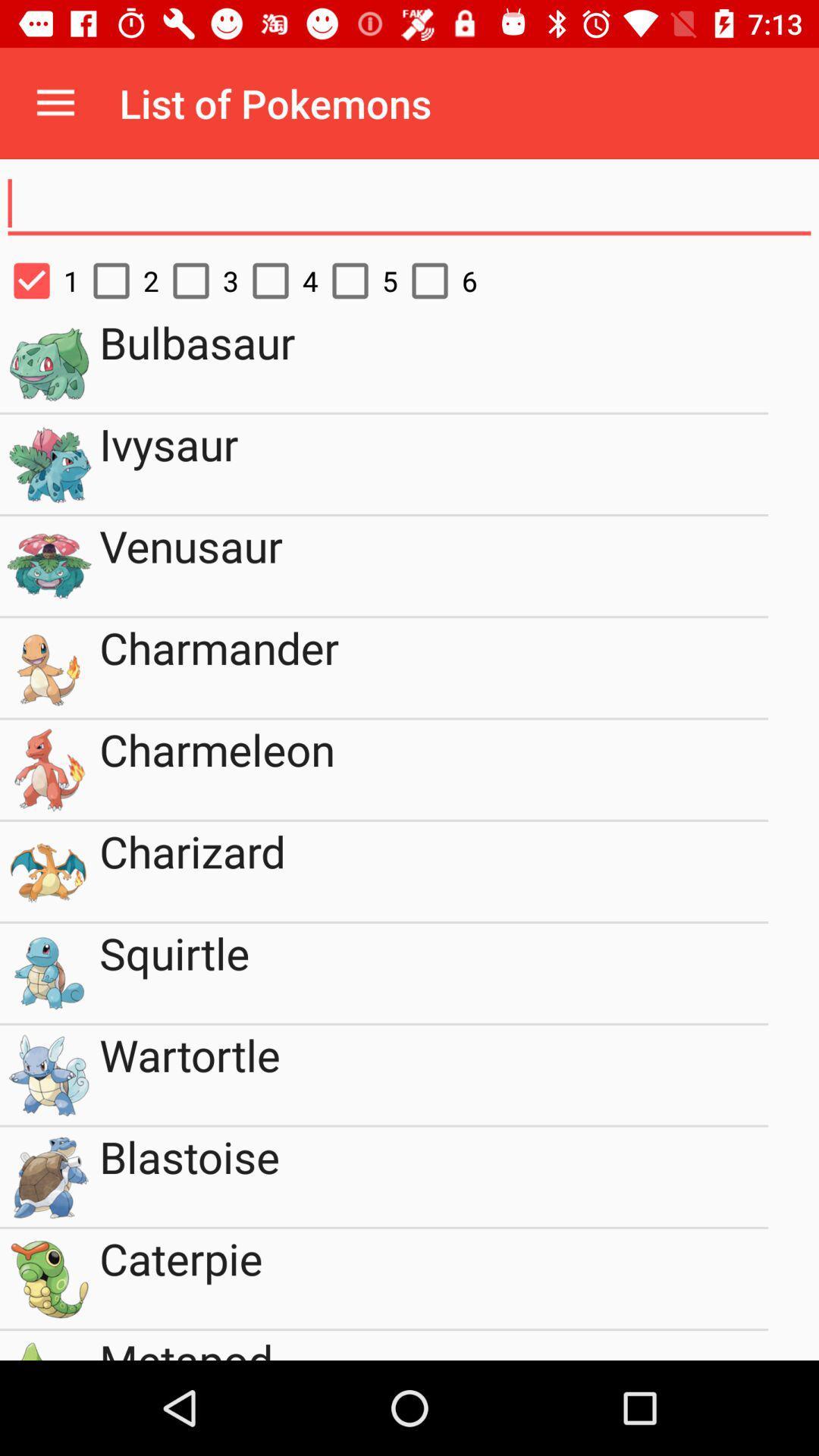 Image resolution: width=819 pixels, height=1456 pixels. What do you see at coordinates (409, 203) in the screenshot?
I see `search bar` at bounding box center [409, 203].